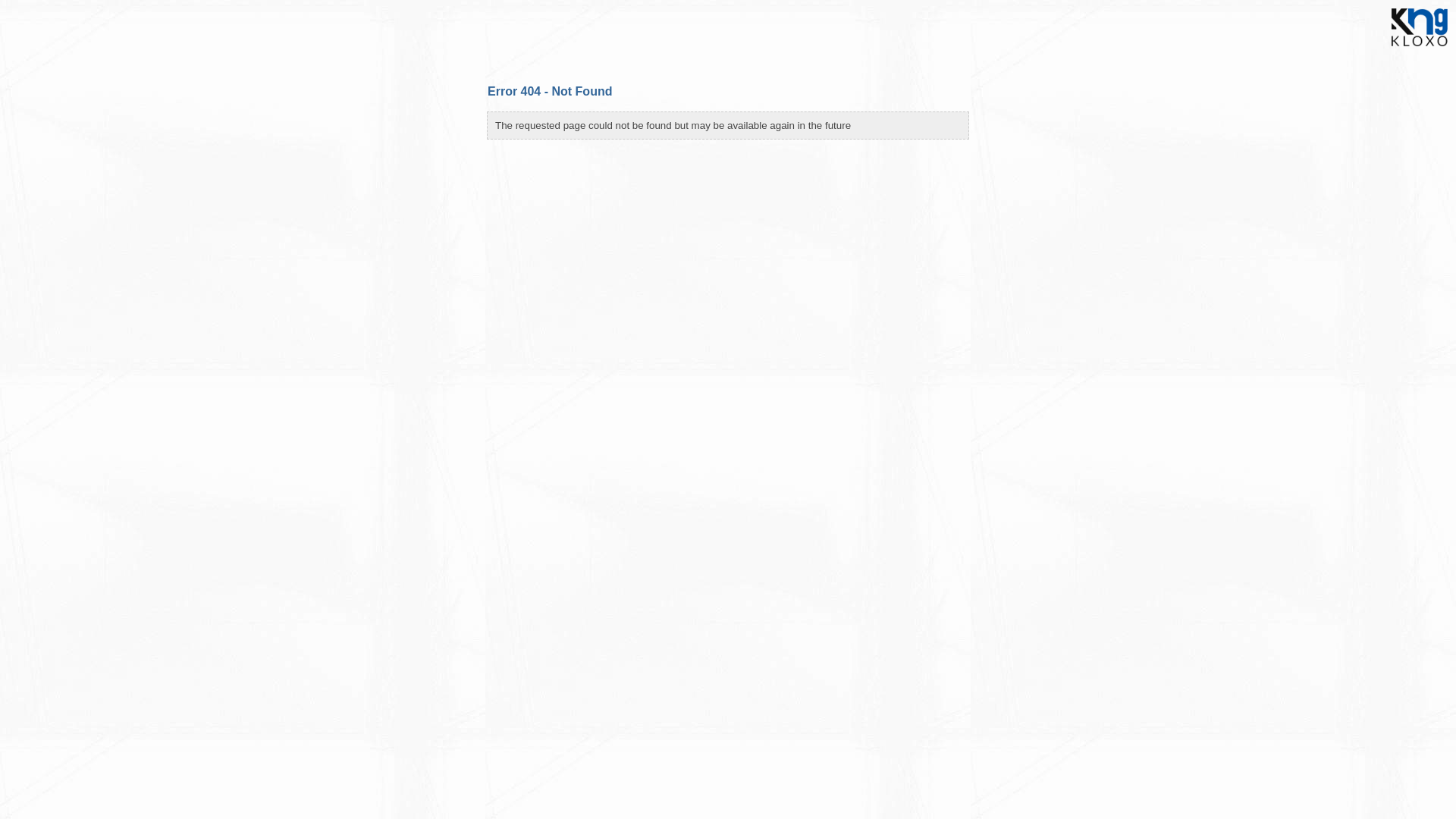 The height and width of the screenshot is (819, 1456). I want to click on 'KloxoNG website', so click(1383, 49).